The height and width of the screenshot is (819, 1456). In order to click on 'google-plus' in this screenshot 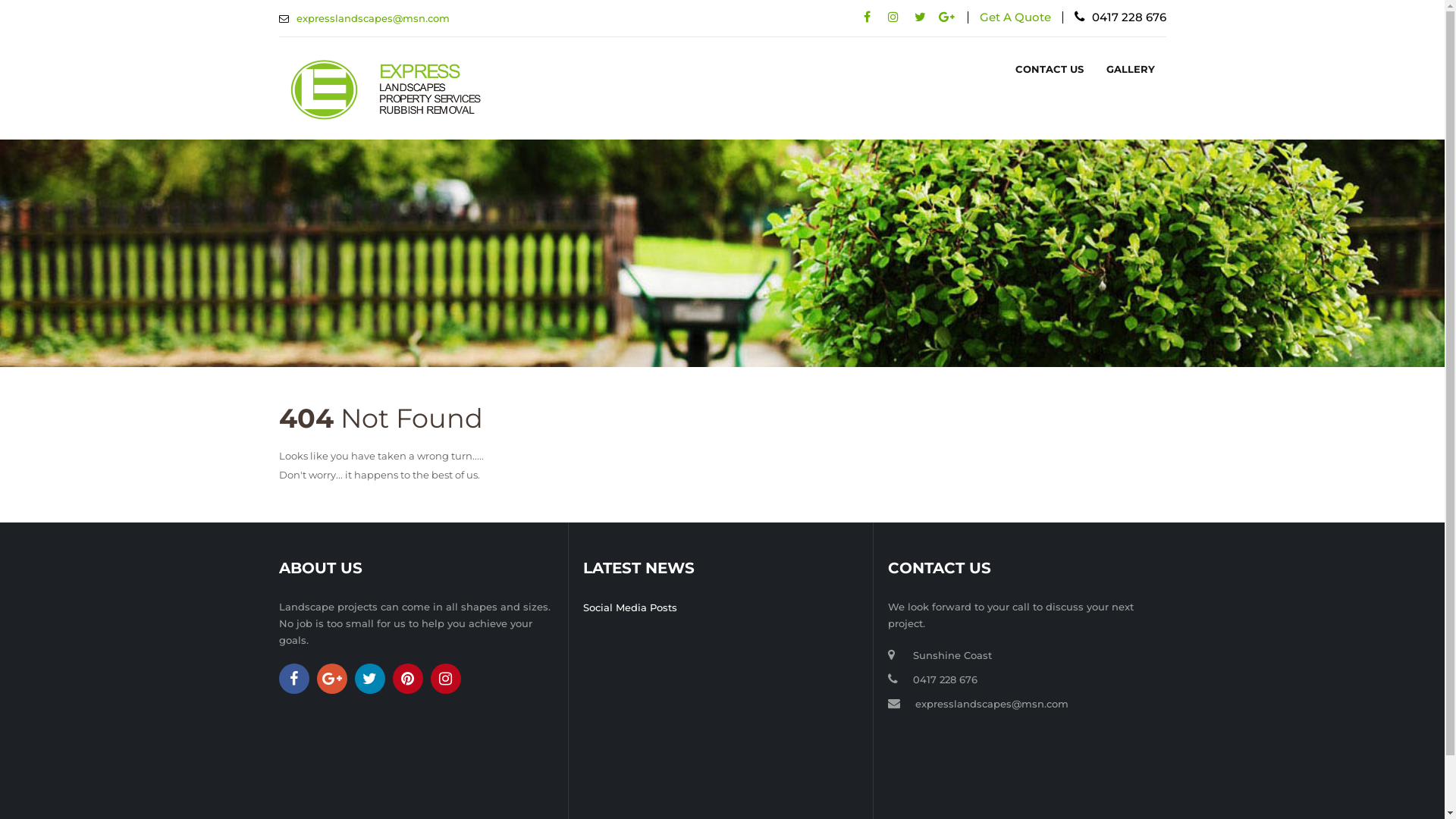, I will do `click(945, 17)`.